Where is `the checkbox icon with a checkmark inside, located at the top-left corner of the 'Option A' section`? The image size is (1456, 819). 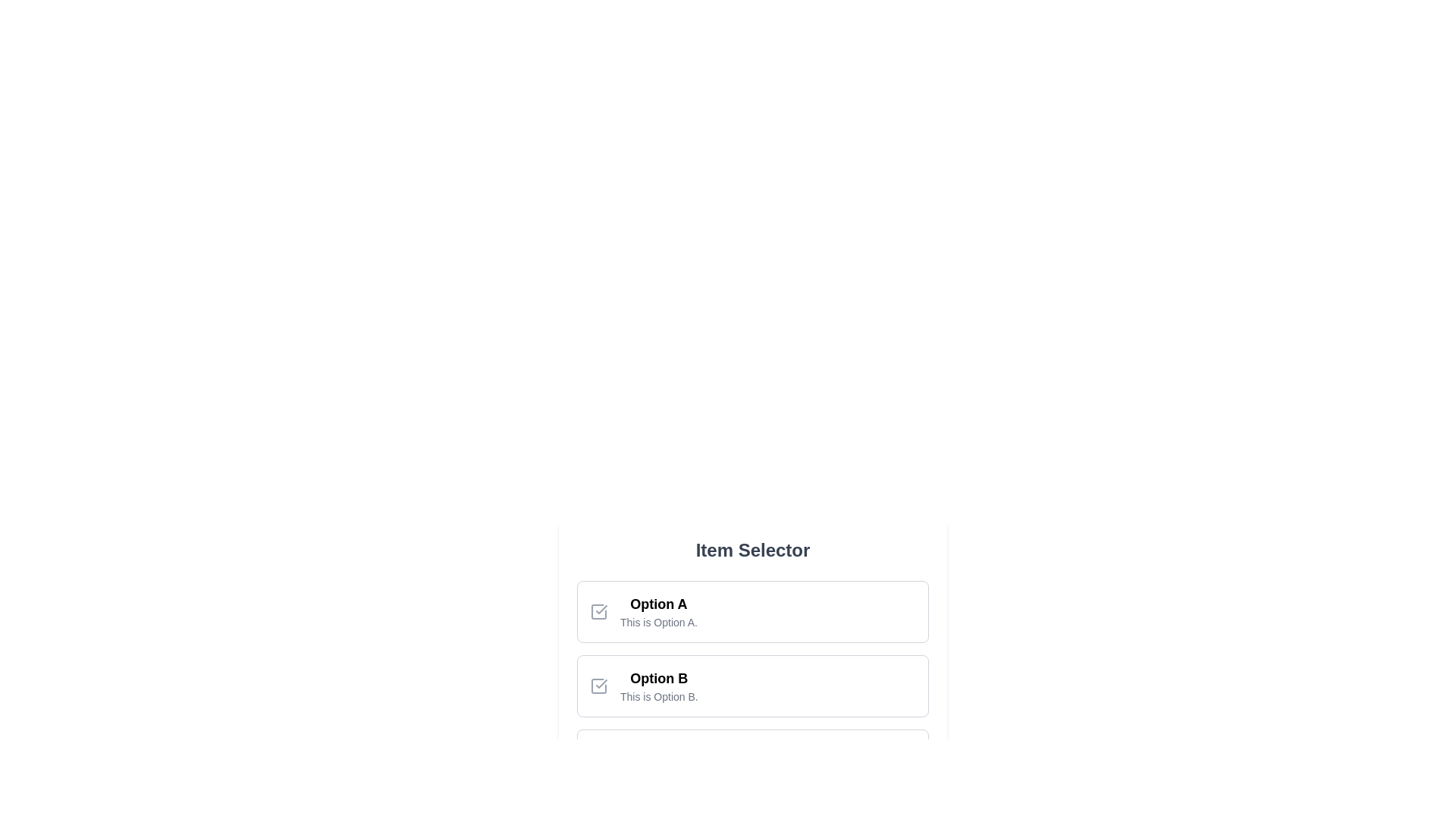
the checkbox icon with a checkmark inside, located at the top-left corner of the 'Option A' section is located at coordinates (598, 610).